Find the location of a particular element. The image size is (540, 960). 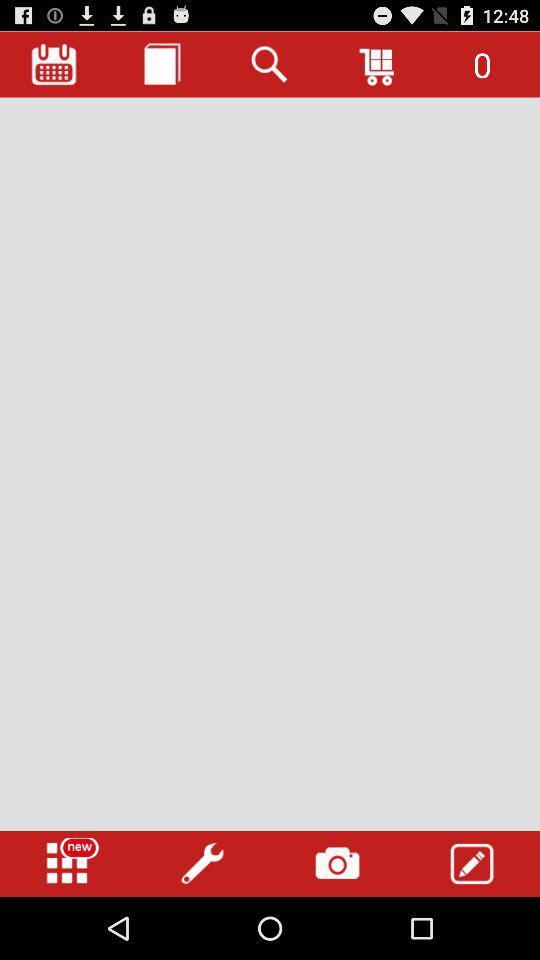

icon at the bottom right corner is located at coordinates (472, 863).